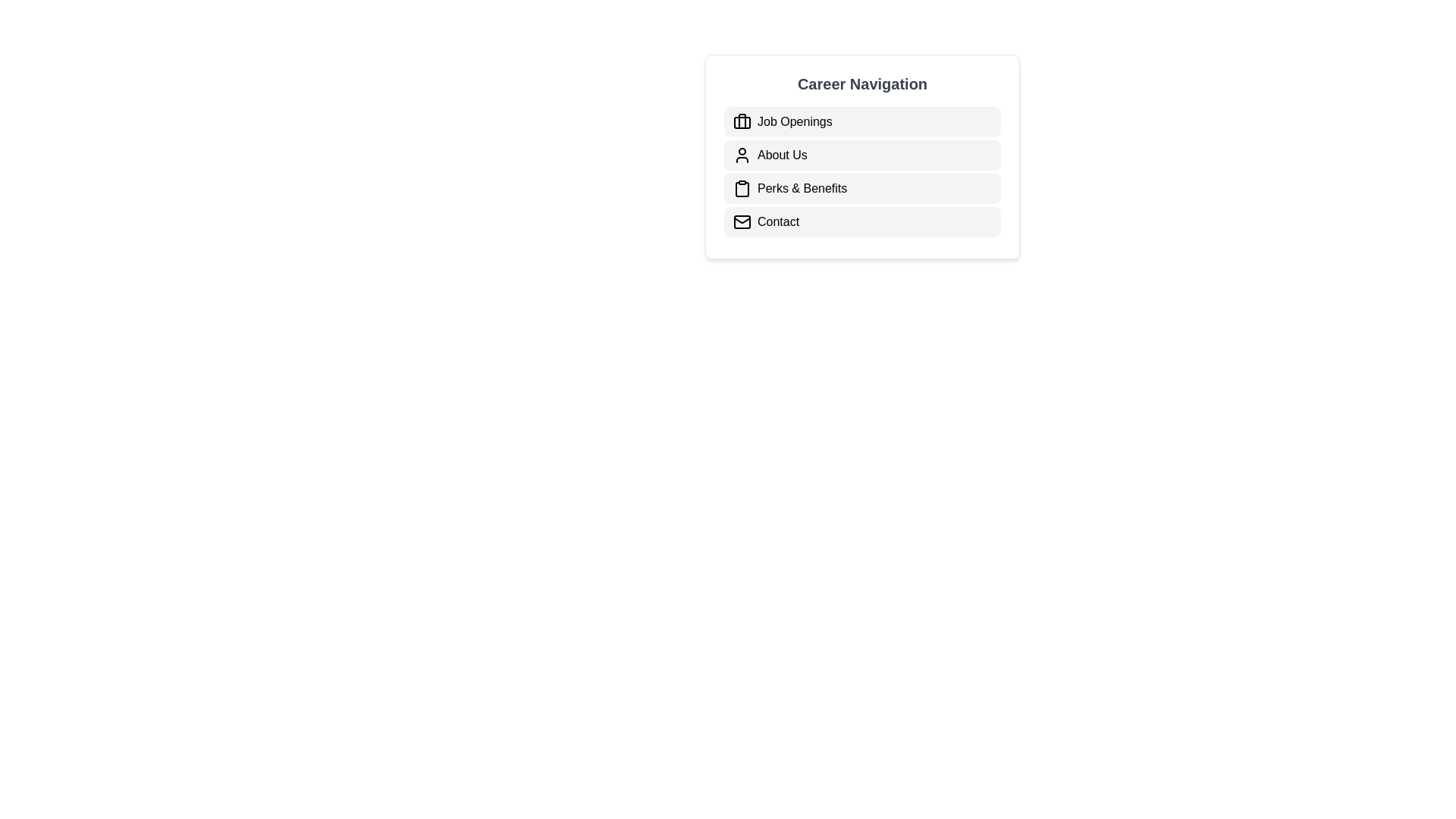 This screenshot has height=819, width=1456. Describe the element at coordinates (862, 188) in the screenshot. I see `the 'Perks & Benefits' button, which is the third button in a vertical list of four buttons in the navigation menu` at that location.